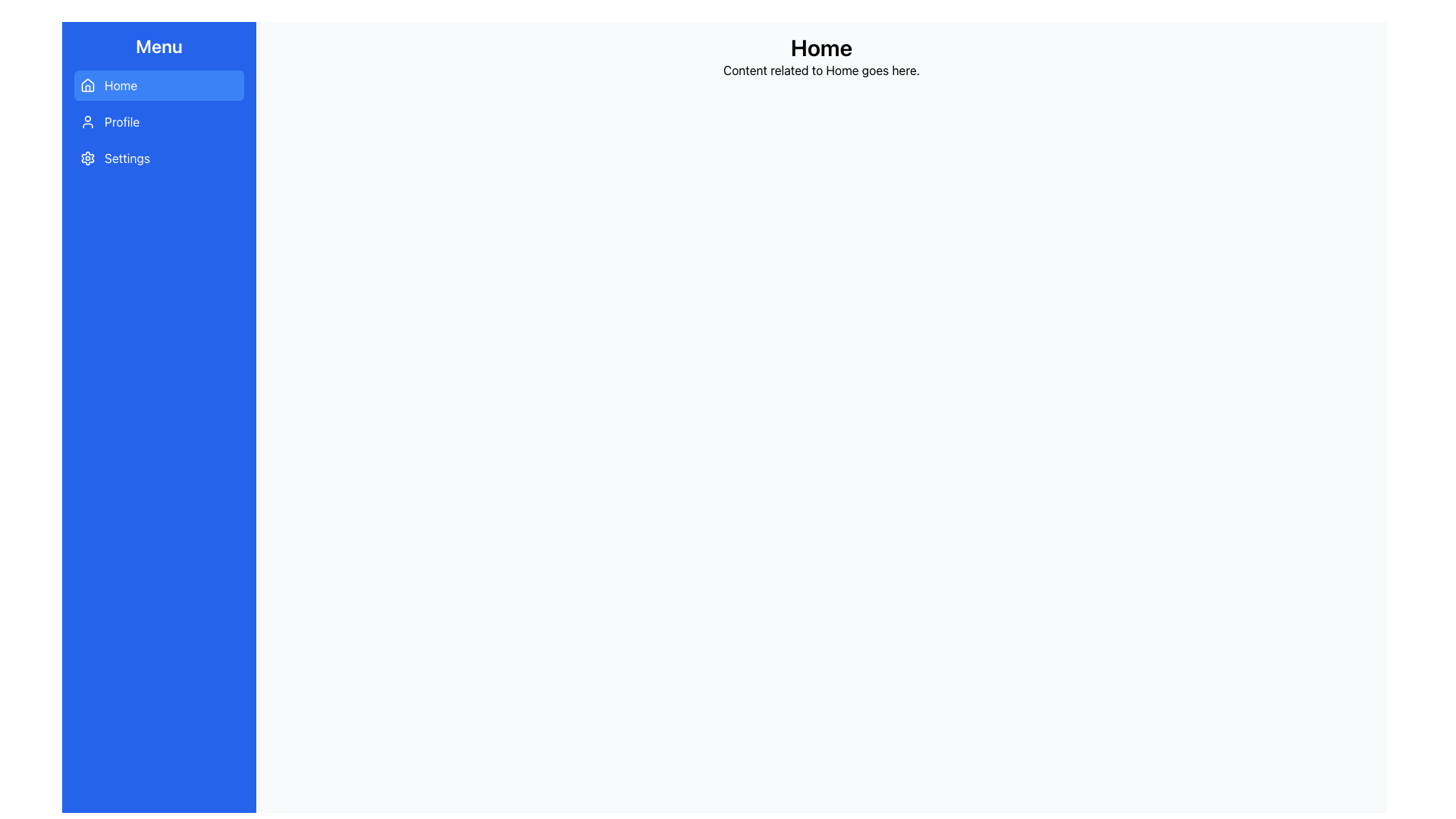 Image resolution: width=1456 pixels, height=819 pixels. I want to click on the cogwheel-shaped icon representing settings, which is located to the left of the 'Settings' label in the vertical navigation bar, so click(86, 158).